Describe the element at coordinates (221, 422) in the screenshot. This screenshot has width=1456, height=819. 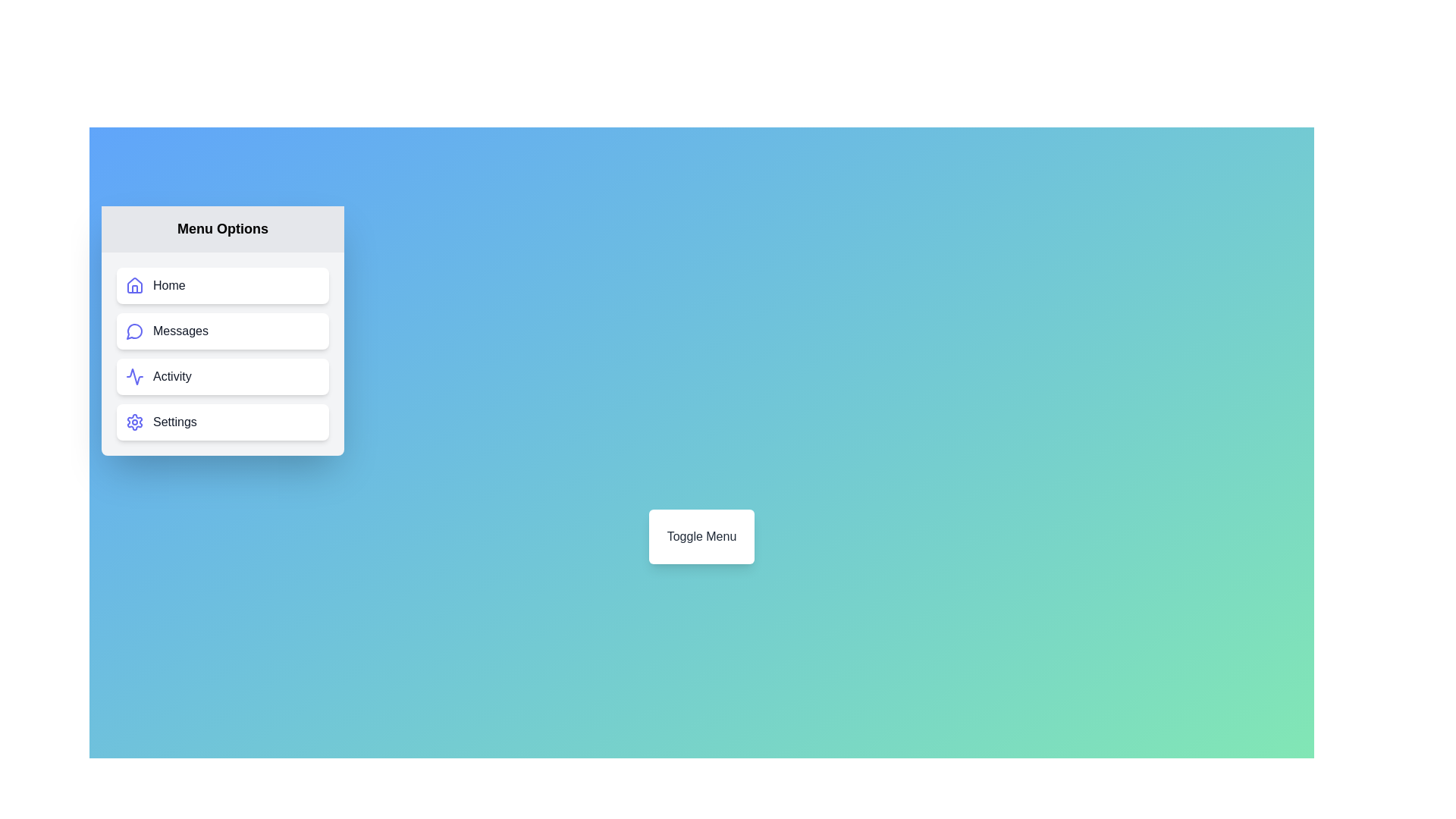
I see `the menu item labeled Settings to observe its hover effect` at that location.